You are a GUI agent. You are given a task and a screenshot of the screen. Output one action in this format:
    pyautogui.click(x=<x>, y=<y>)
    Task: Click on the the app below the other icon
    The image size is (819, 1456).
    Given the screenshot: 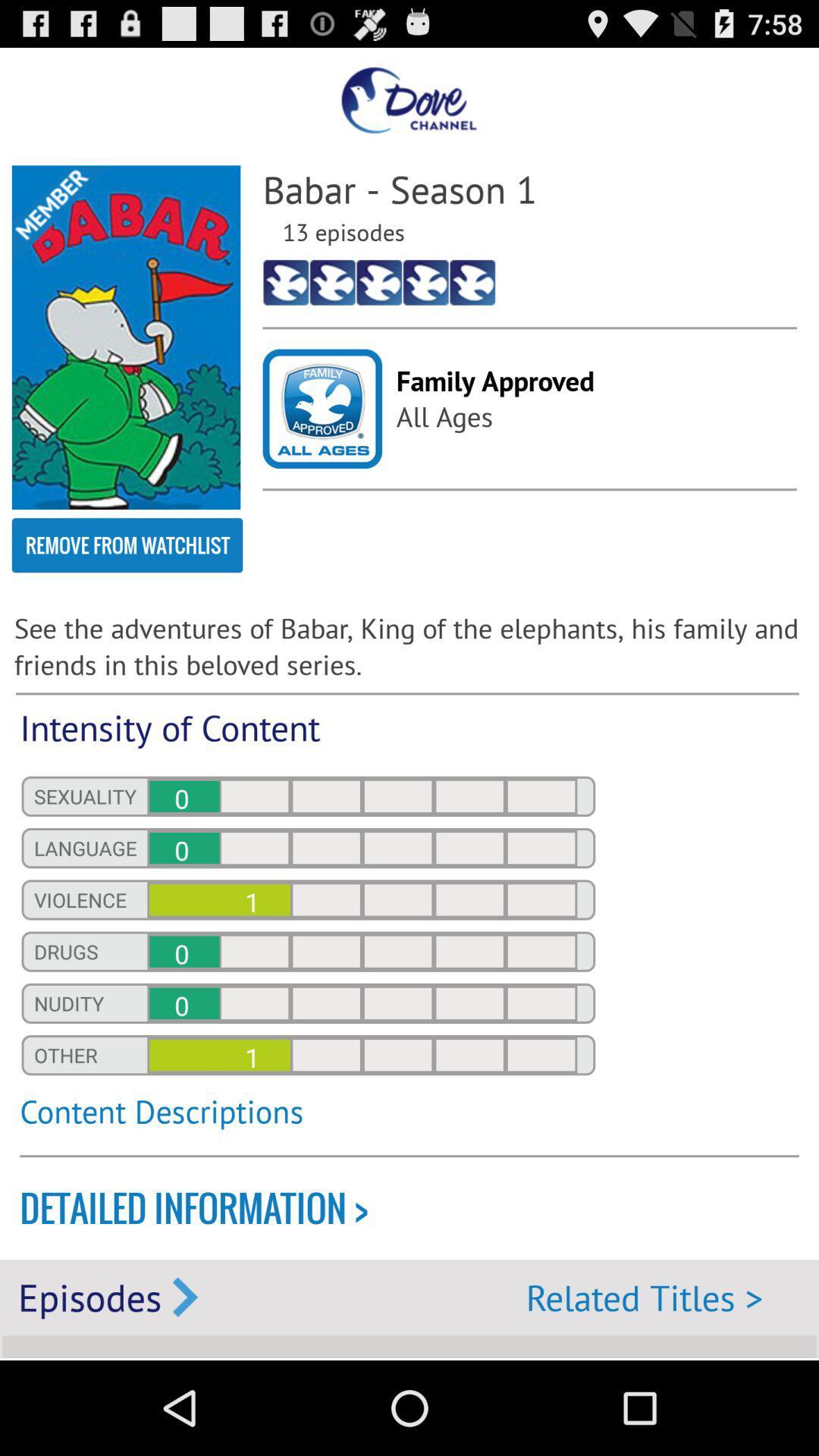 What is the action you would take?
    pyautogui.click(x=307, y=1120)
    